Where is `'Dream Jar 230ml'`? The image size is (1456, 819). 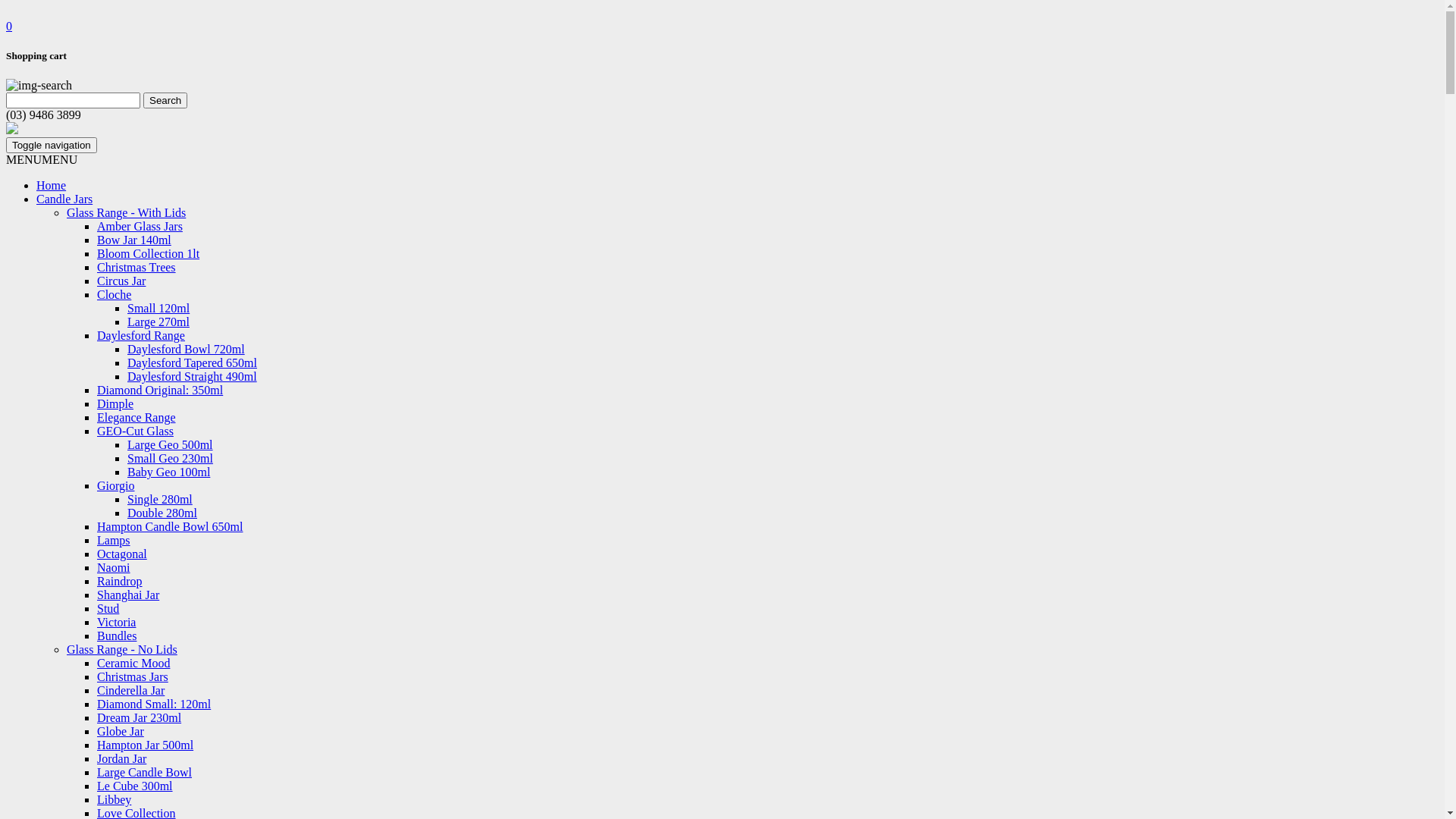
'Dream Jar 230ml' is located at coordinates (96, 717).